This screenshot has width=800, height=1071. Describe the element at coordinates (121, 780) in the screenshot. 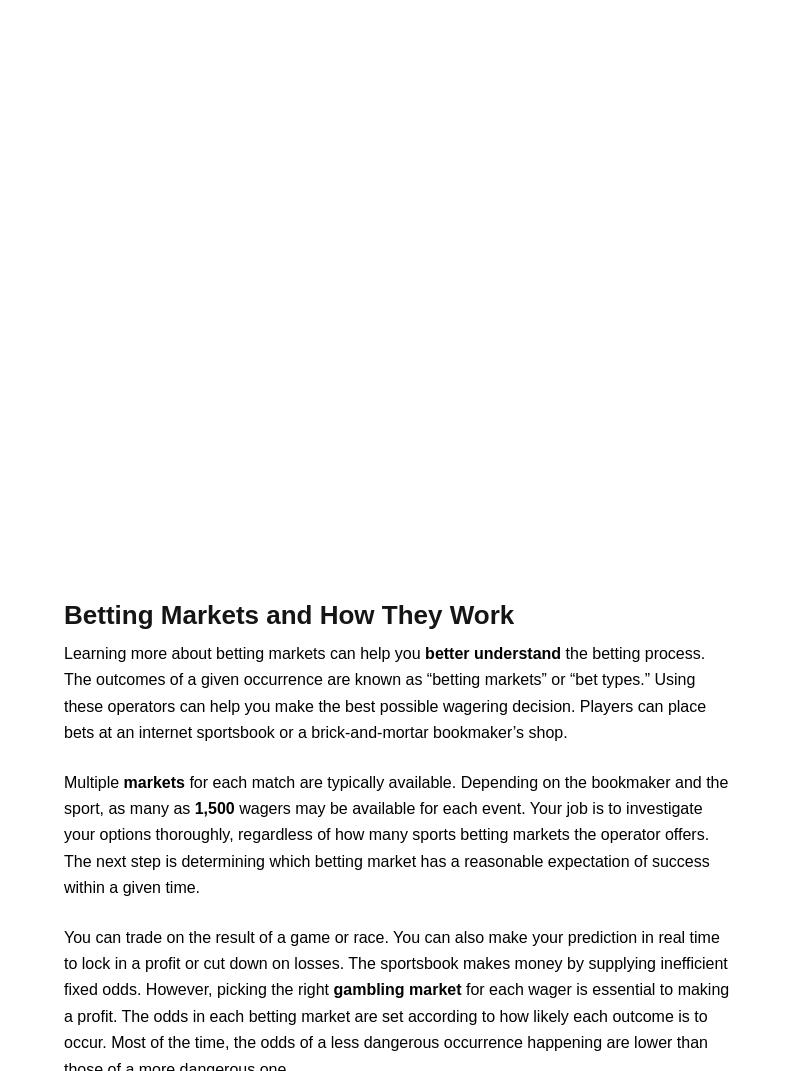

I see `'markets'` at that location.